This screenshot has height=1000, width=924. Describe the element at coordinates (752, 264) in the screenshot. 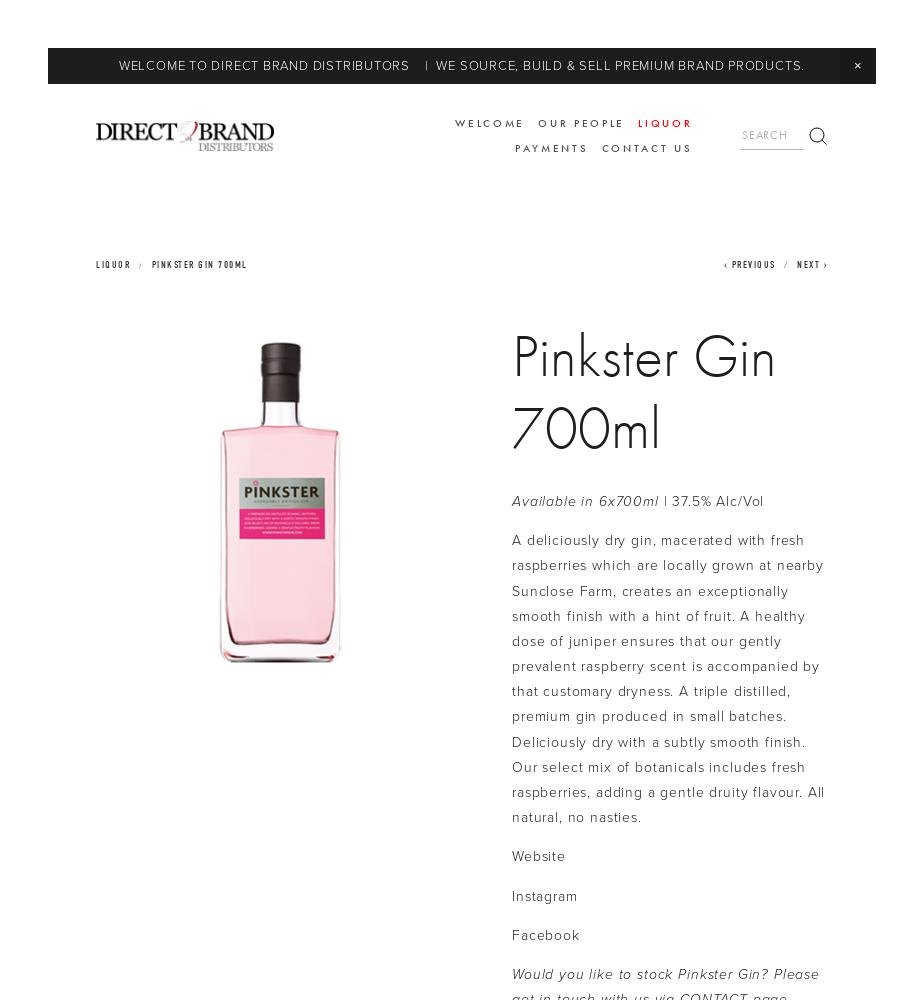

I see `'Previous'` at that location.